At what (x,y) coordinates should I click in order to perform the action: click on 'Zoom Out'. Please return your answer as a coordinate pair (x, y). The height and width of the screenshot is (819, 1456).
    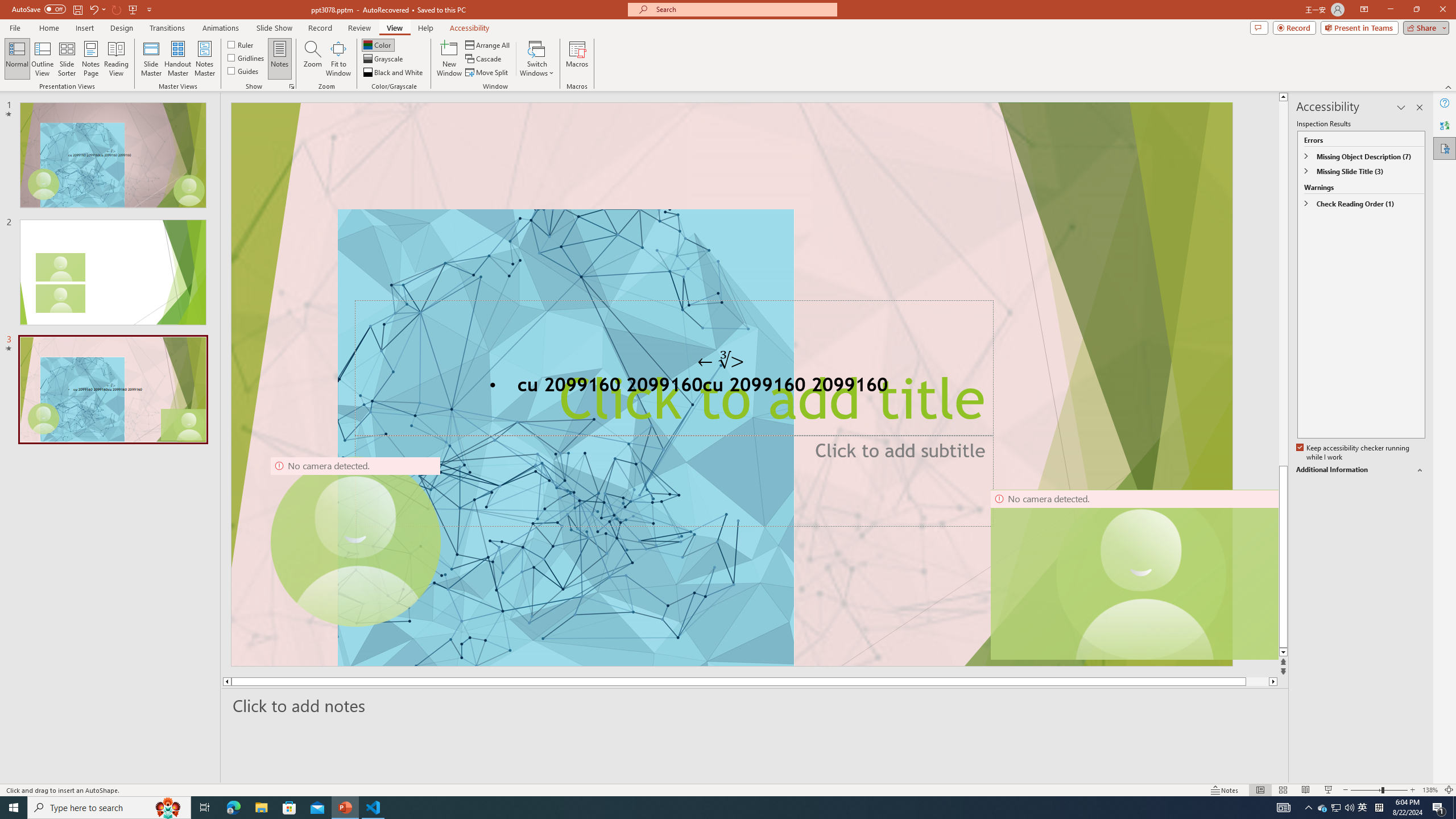
    Looking at the image, I should click on (1366, 790).